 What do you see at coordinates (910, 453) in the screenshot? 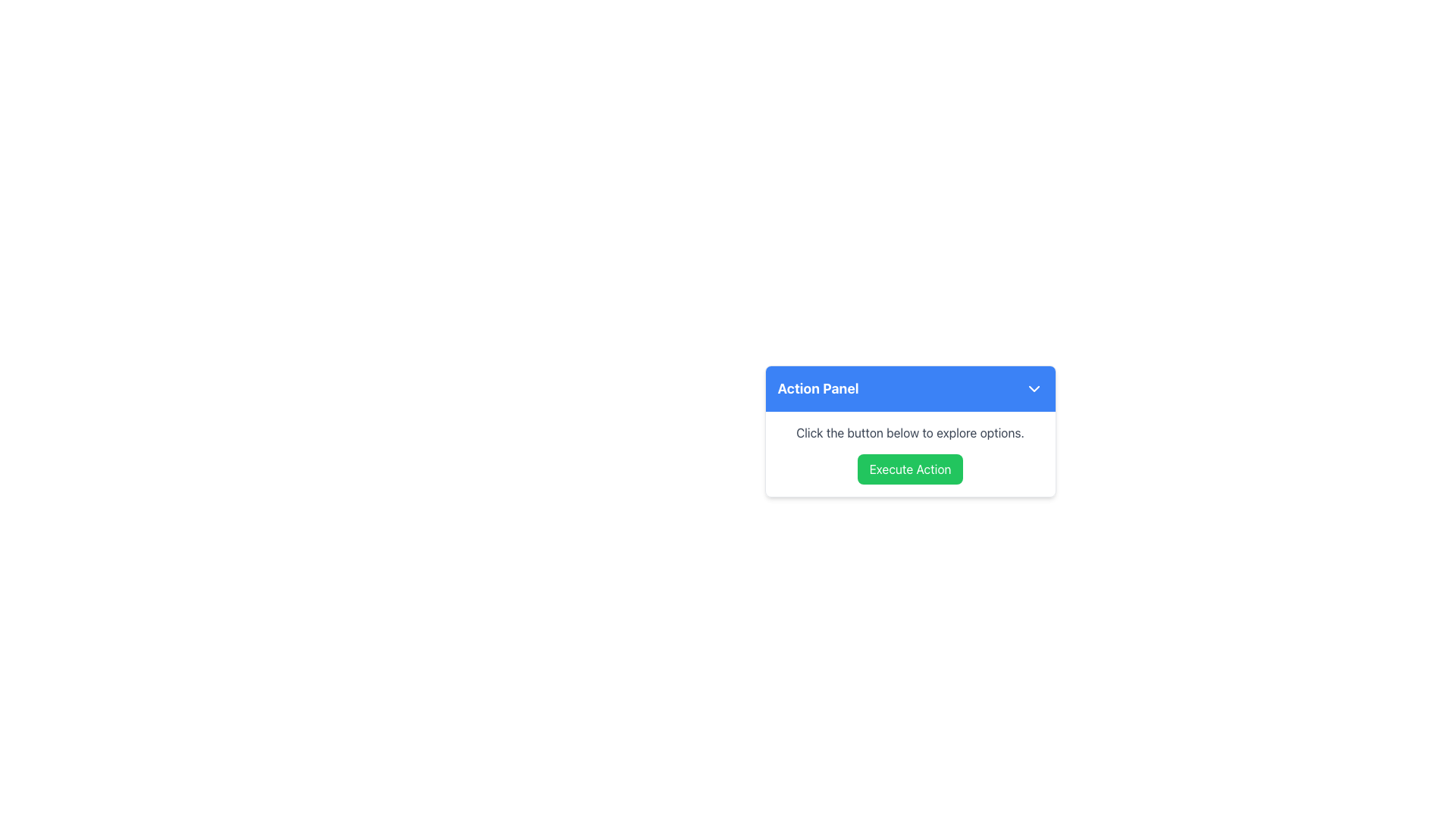
I see `the button labeled 'Execute Action' located below the instructional text in the 'Action Panel'` at bounding box center [910, 453].